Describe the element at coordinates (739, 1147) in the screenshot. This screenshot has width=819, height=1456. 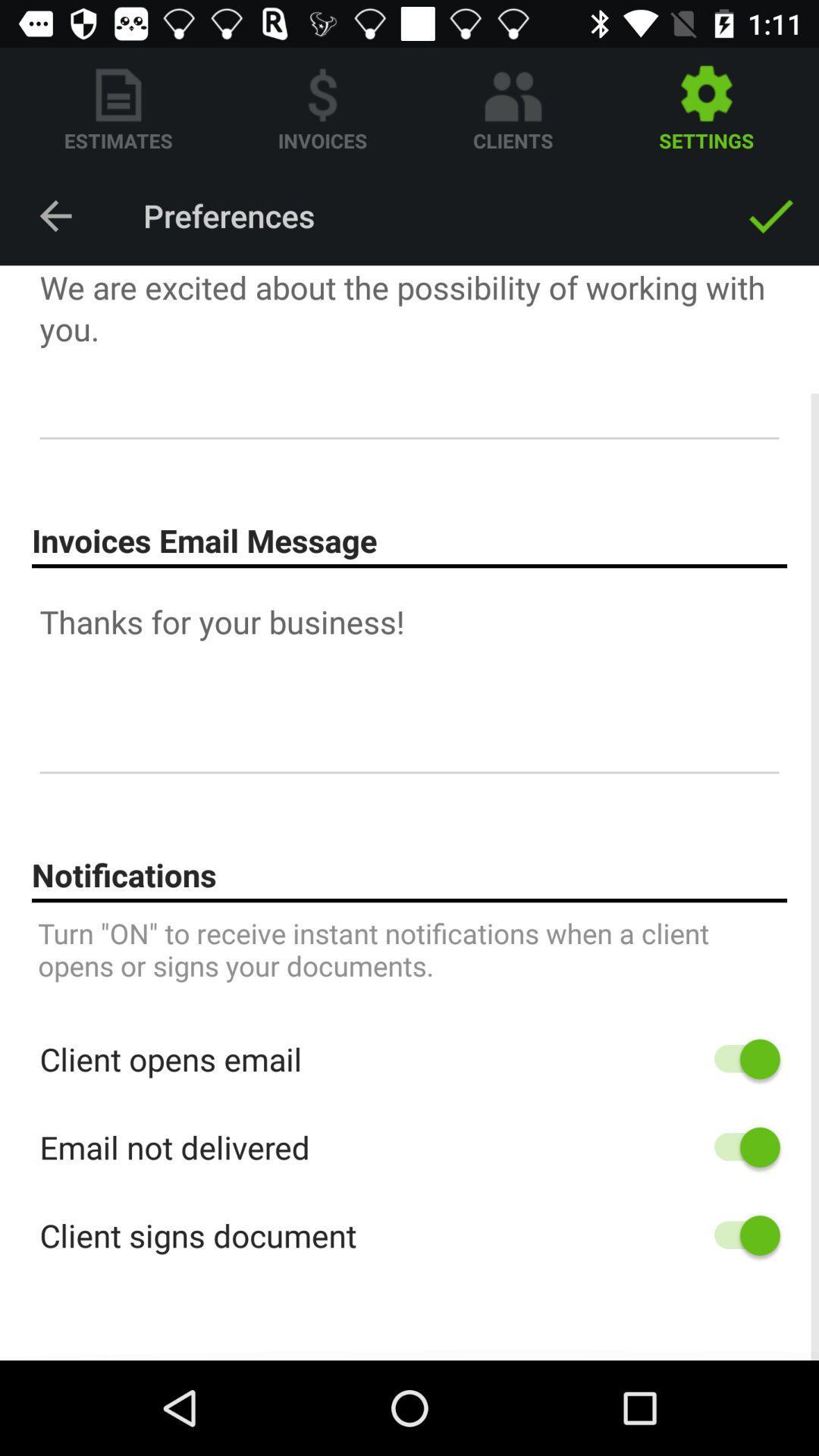
I see `notification for email not delivered` at that location.